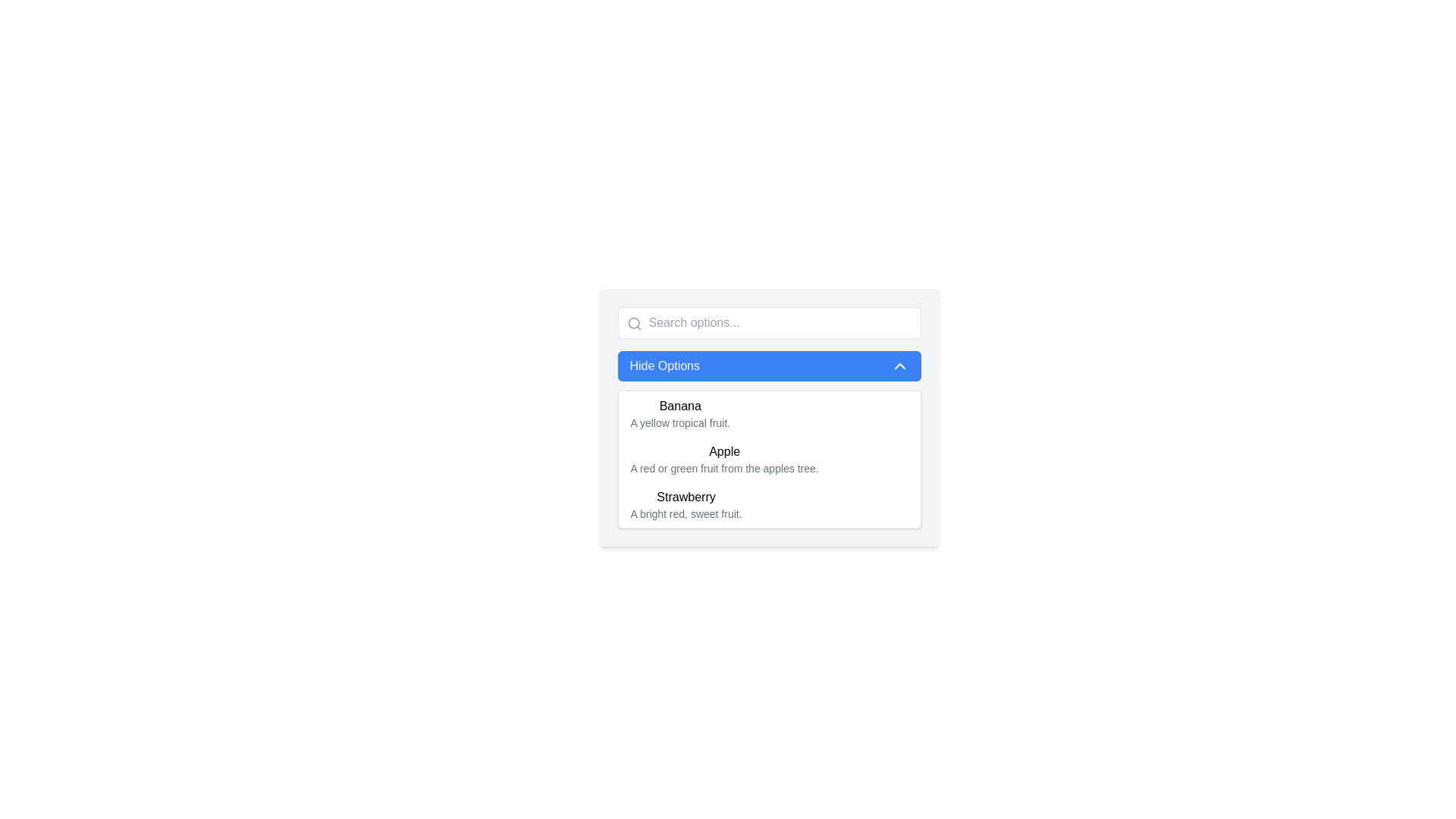 This screenshot has width=1456, height=819. What do you see at coordinates (679, 423) in the screenshot?
I see `the textual description 'A yellow tropical fruit.' that is styled with a gray font and is located below 'Banana' in the dropdown menu` at bounding box center [679, 423].